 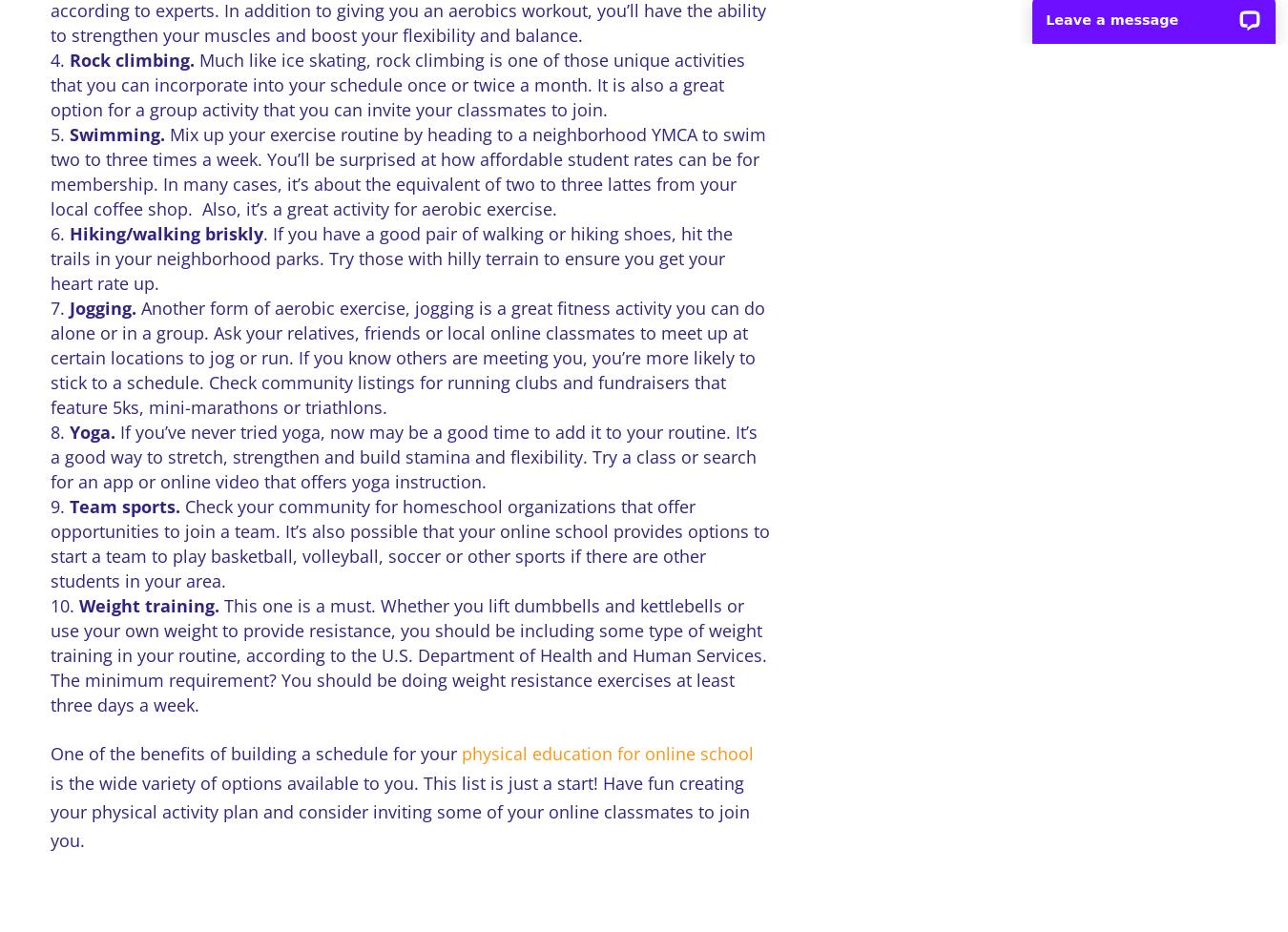 I want to click on 'If you’ve never tried yoga, now may be a good time to add it to your routine. It’s a good way to stretch, strengthen and build stamina and flexibility. Try a class or search for an app or online video that offers yoga instruction.', so click(x=403, y=457).